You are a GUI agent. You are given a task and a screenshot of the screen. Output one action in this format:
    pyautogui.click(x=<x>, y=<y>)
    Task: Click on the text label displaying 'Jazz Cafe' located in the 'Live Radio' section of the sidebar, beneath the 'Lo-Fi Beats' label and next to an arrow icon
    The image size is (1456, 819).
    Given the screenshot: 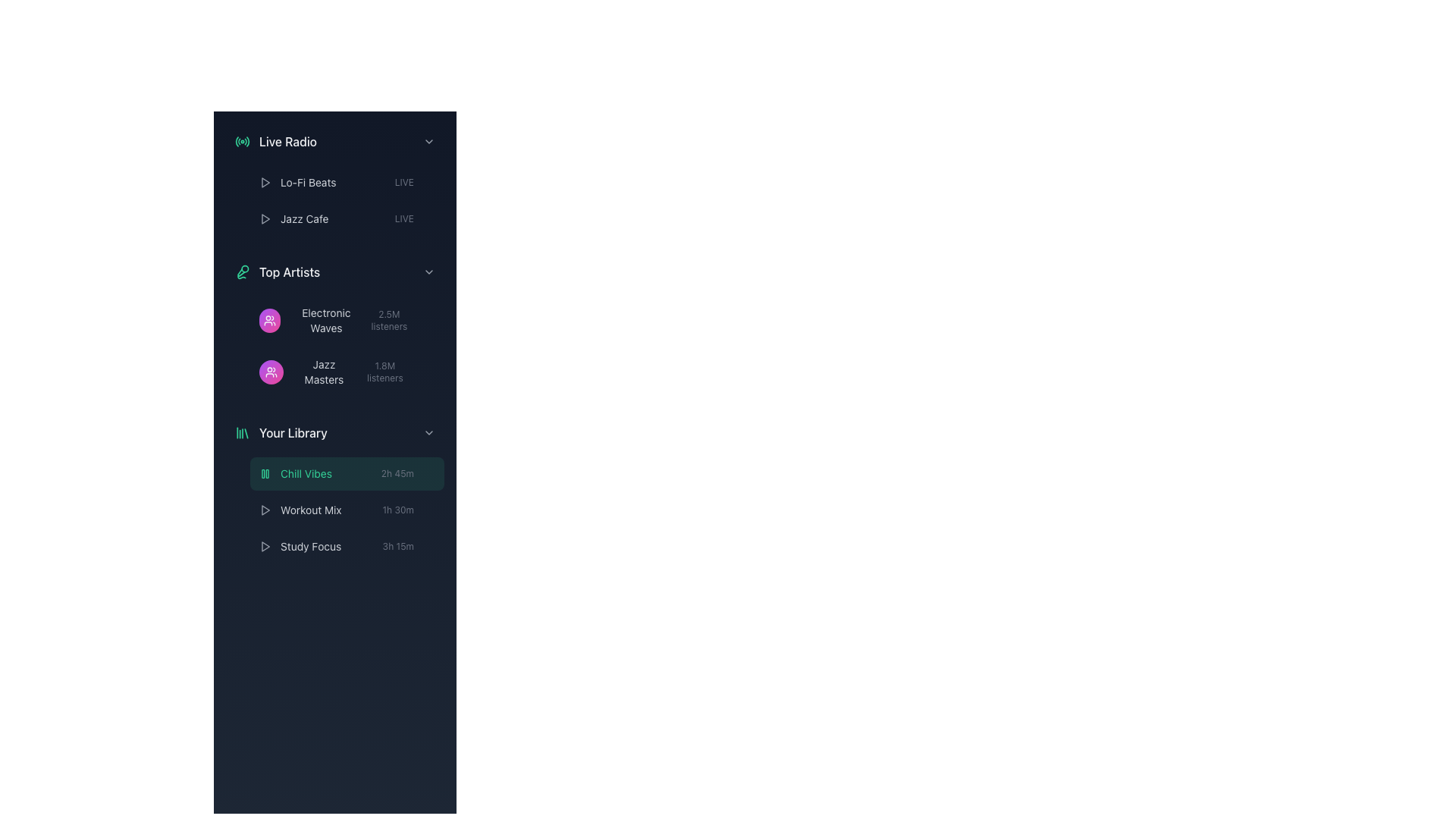 What is the action you would take?
    pyautogui.click(x=293, y=219)
    